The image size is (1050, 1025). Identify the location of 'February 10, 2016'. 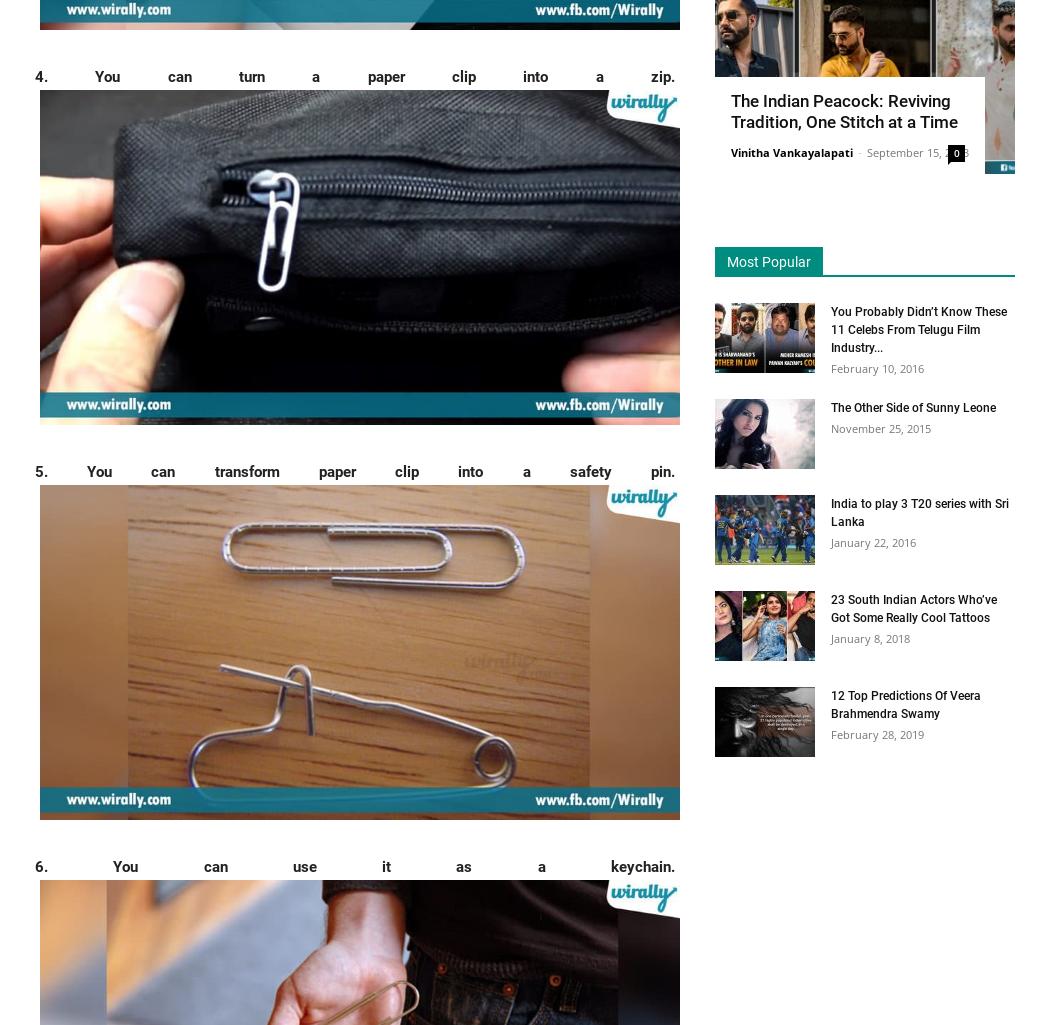
(876, 366).